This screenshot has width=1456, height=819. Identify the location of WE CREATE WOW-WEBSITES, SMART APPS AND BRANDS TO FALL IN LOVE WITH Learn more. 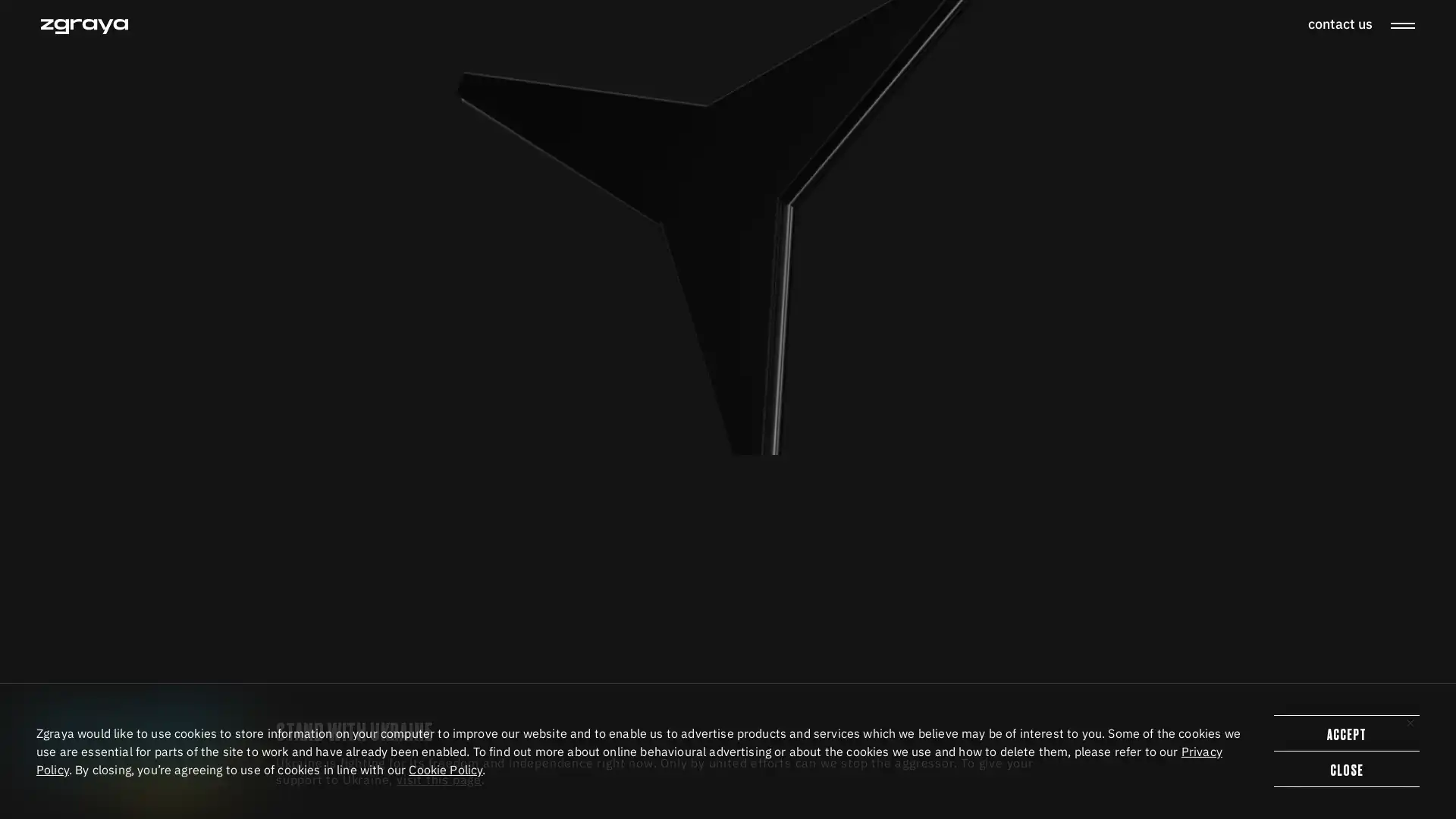
(550, 441).